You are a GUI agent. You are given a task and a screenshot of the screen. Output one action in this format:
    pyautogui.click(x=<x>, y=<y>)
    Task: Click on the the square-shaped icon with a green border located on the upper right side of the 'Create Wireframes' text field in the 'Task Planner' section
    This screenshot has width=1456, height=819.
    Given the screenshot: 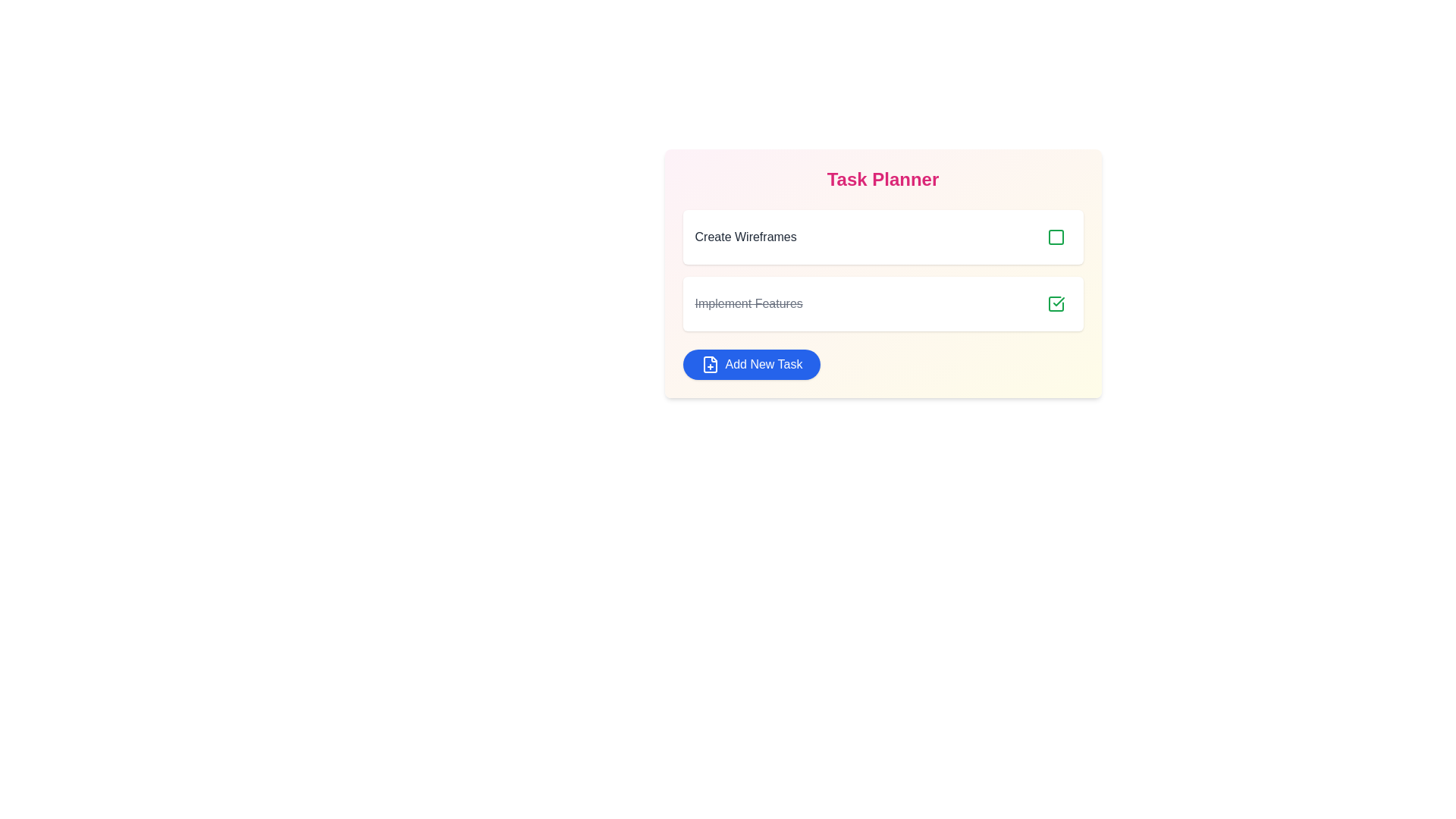 What is the action you would take?
    pyautogui.click(x=1055, y=237)
    